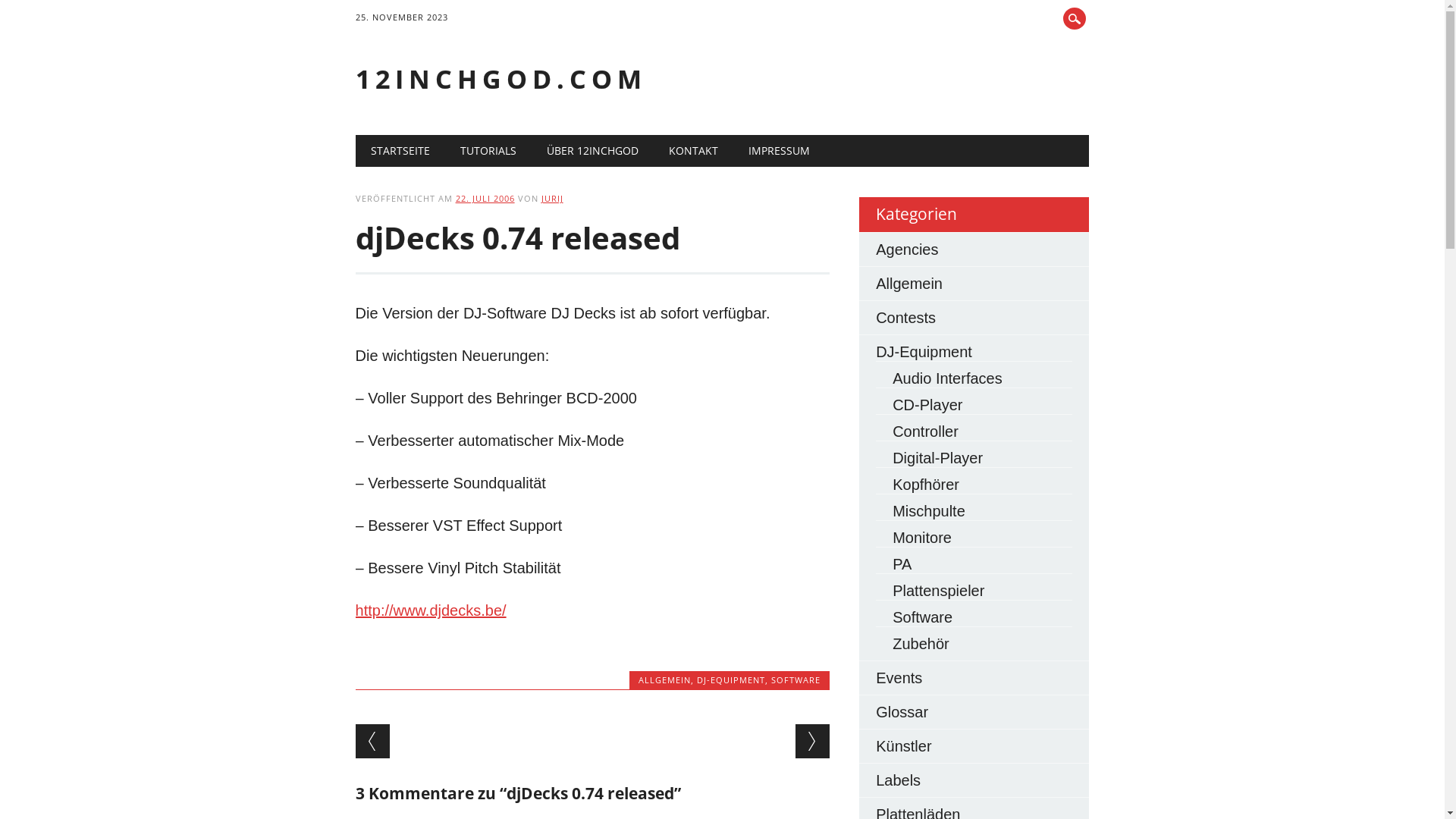 This screenshot has width=1456, height=819. What do you see at coordinates (731, 679) in the screenshot?
I see `'DJ-EQUIPMENT'` at bounding box center [731, 679].